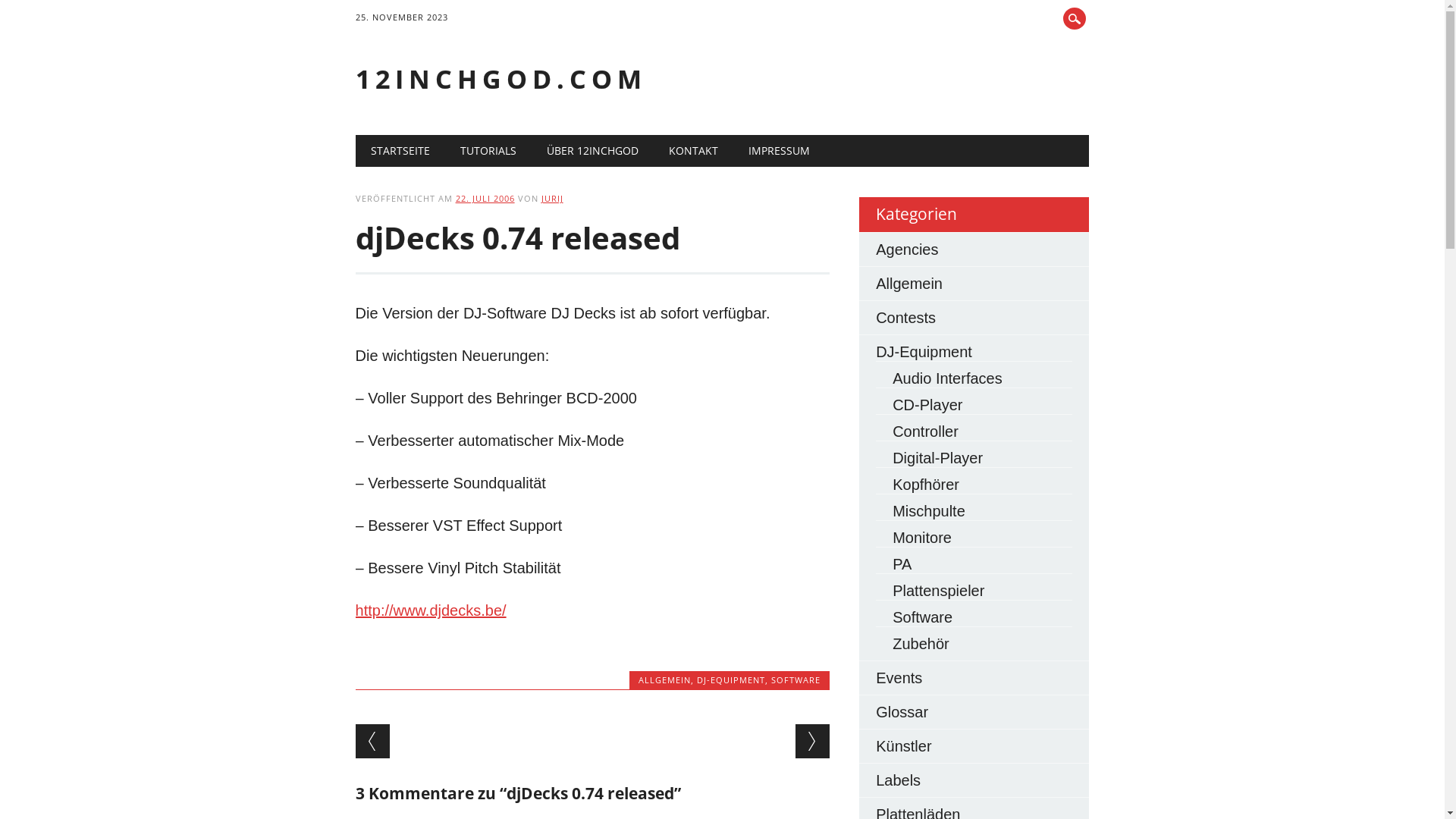 This screenshot has width=1456, height=819. What do you see at coordinates (731, 679) in the screenshot?
I see `'DJ-EQUIPMENT'` at bounding box center [731, 679].